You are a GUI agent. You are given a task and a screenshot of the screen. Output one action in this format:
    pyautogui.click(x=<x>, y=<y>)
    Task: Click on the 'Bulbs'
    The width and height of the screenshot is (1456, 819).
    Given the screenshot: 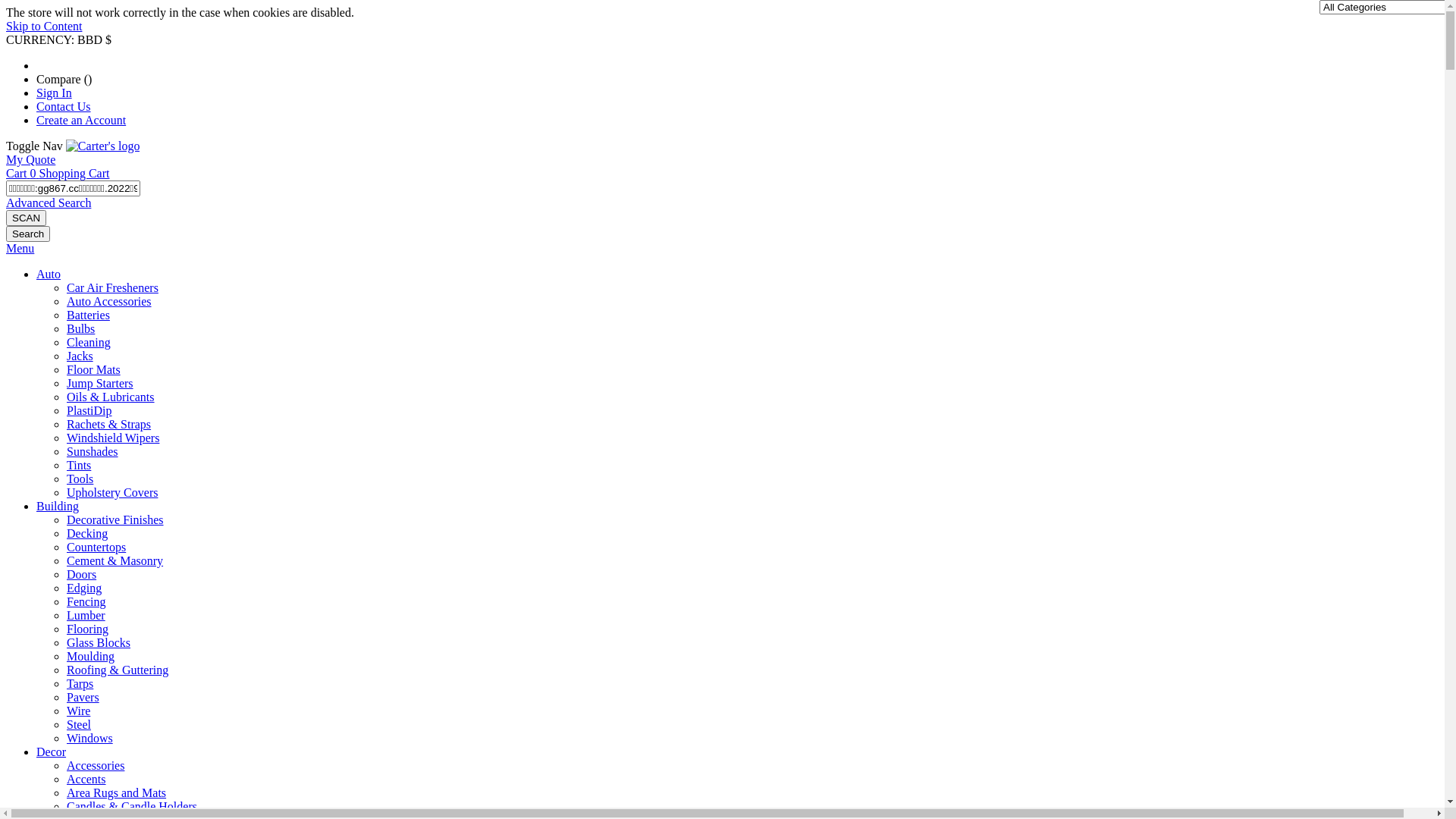 What is the action you would take?
    pyautogui.click(x=80, y=328)
    